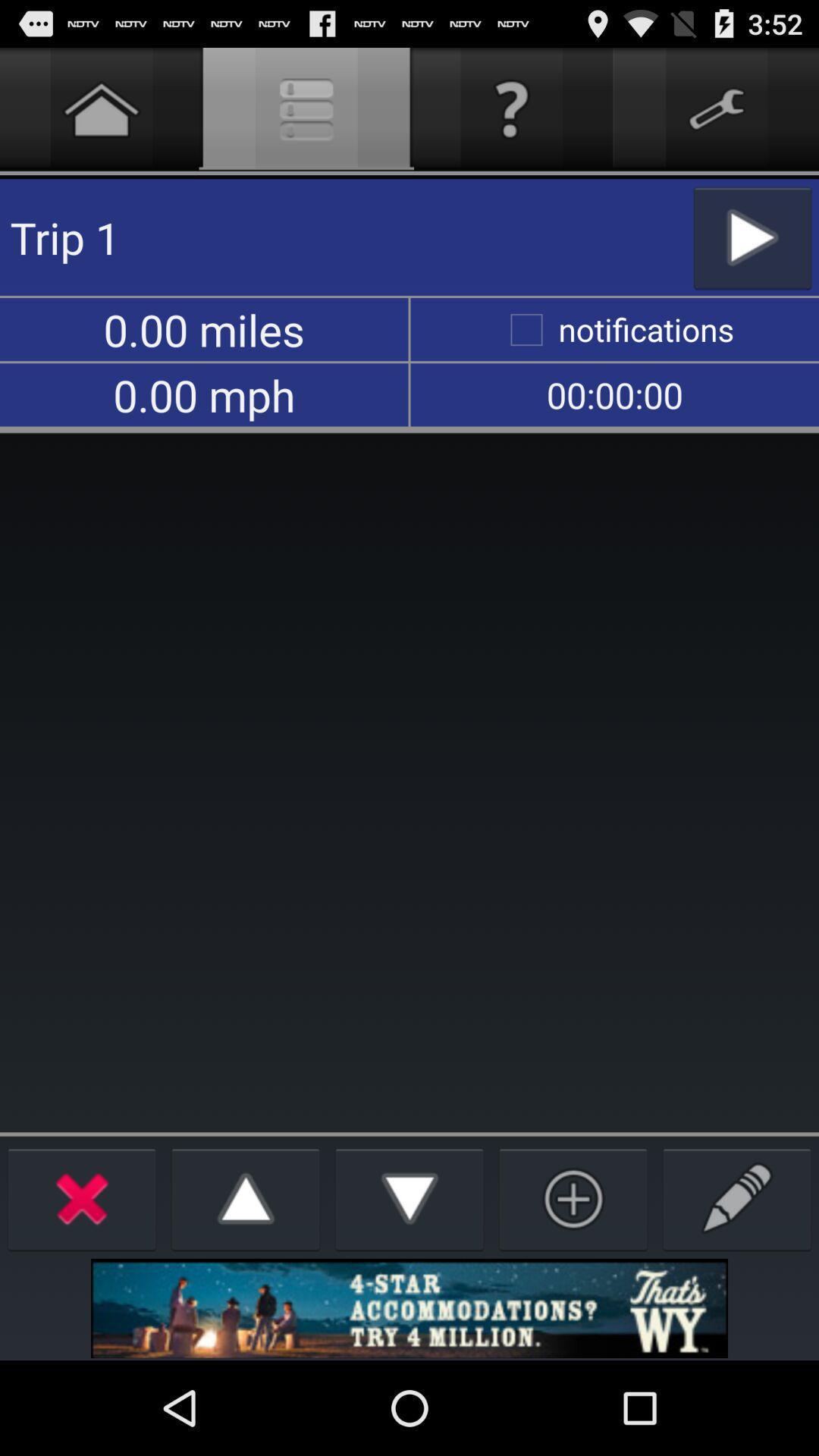 The image size is (819, 1456). Describe the element at coordinates (736, 1197) in the screenshot. I see `open new document` at that location.